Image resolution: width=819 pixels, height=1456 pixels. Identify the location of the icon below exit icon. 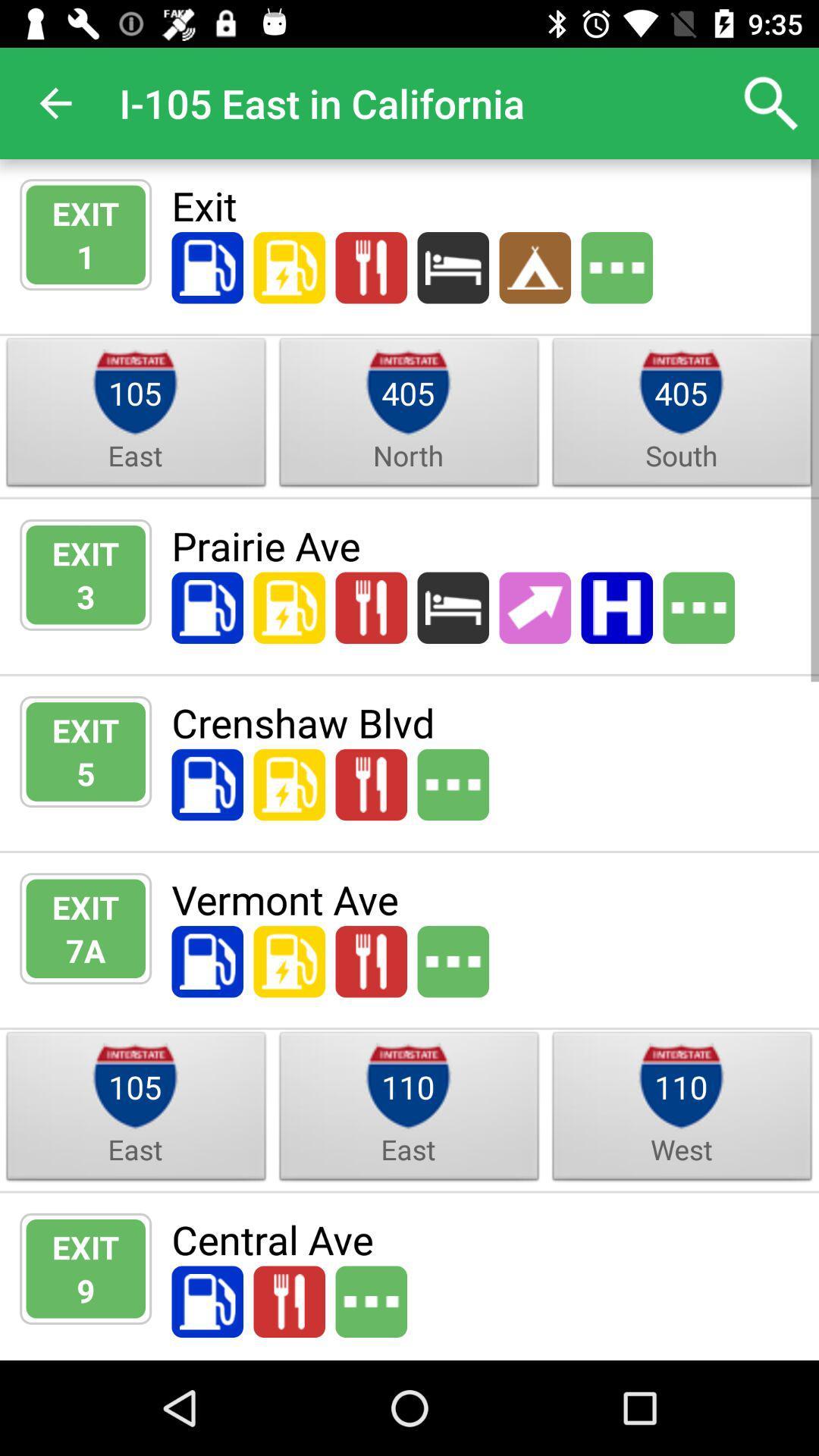
(86, 1289).